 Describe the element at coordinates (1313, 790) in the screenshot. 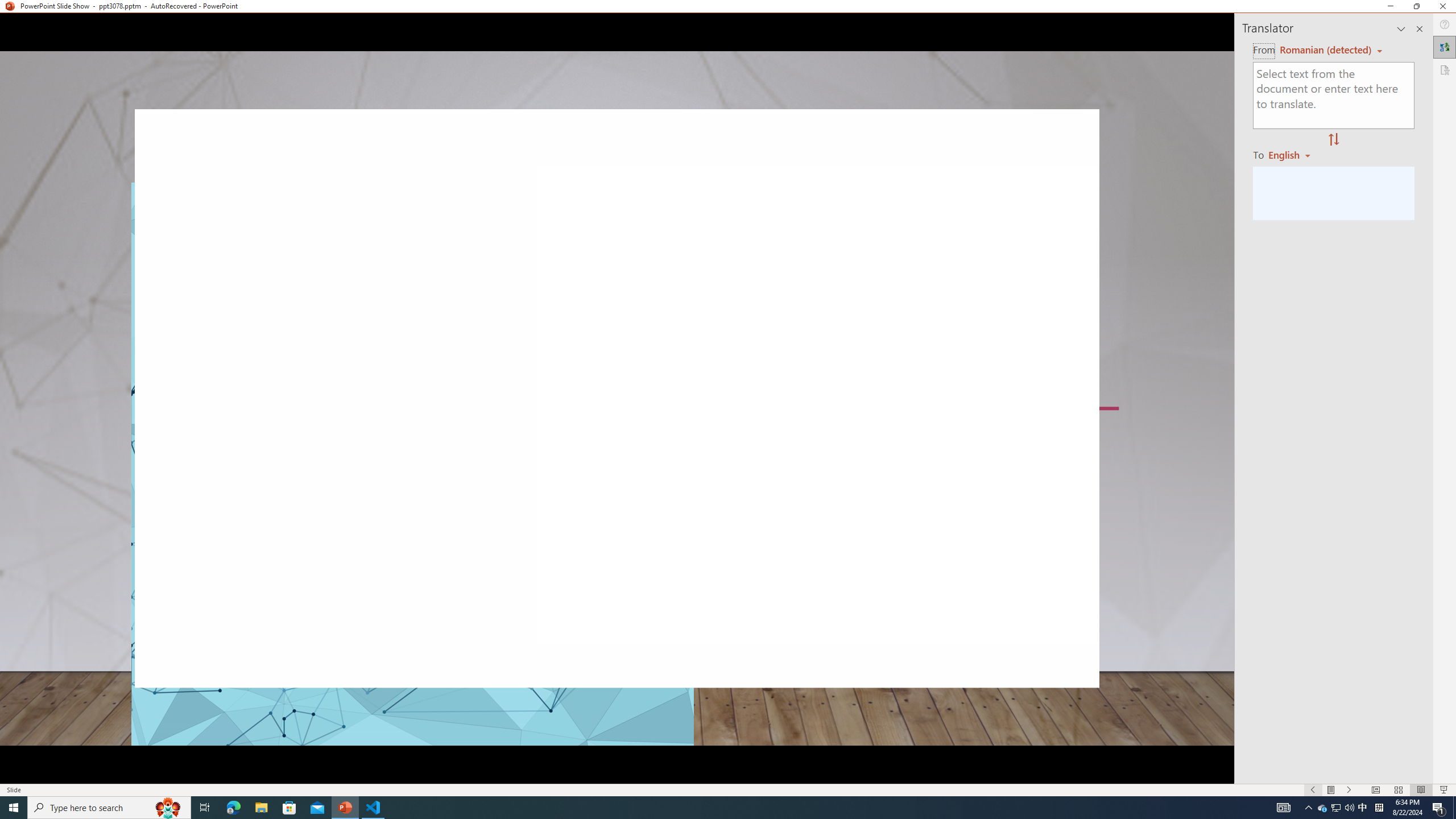

I see `'Slide Show Previous On'` at that location.